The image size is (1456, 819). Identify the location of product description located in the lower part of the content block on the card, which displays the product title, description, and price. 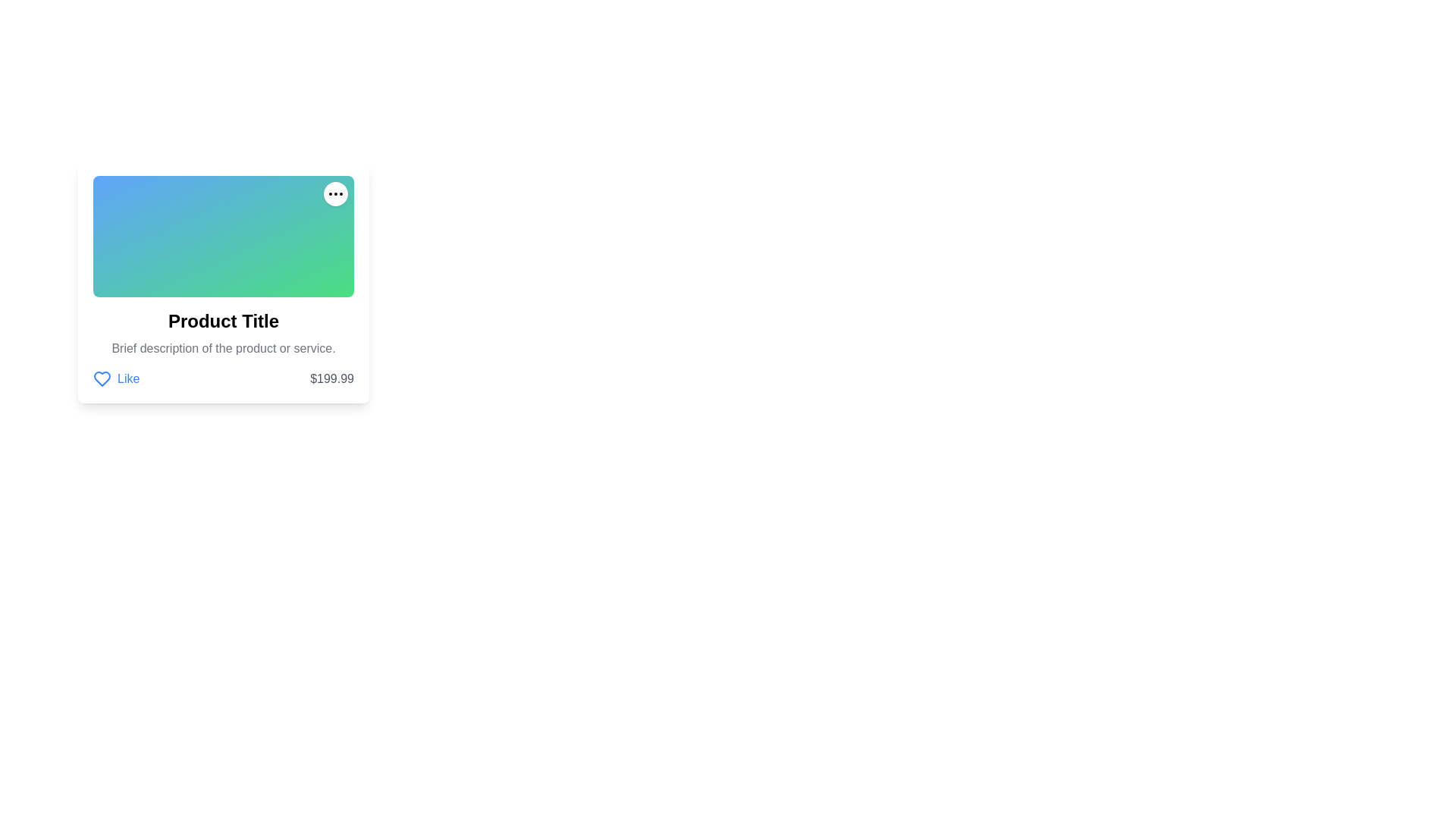
(222, 348).